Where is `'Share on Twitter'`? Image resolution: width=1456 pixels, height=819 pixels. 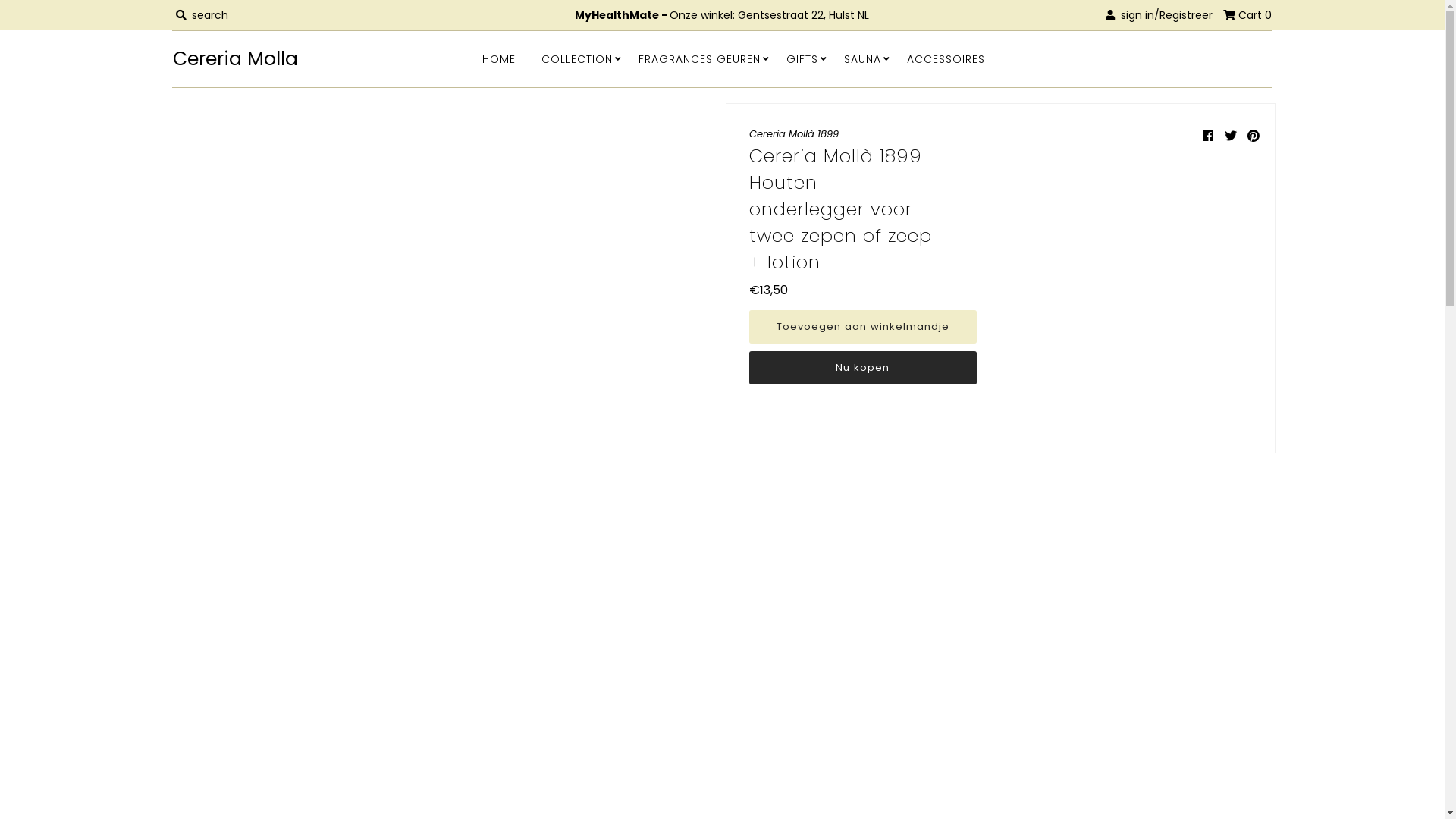
'Share on Twitter' is located at coordinates (1224, 135).